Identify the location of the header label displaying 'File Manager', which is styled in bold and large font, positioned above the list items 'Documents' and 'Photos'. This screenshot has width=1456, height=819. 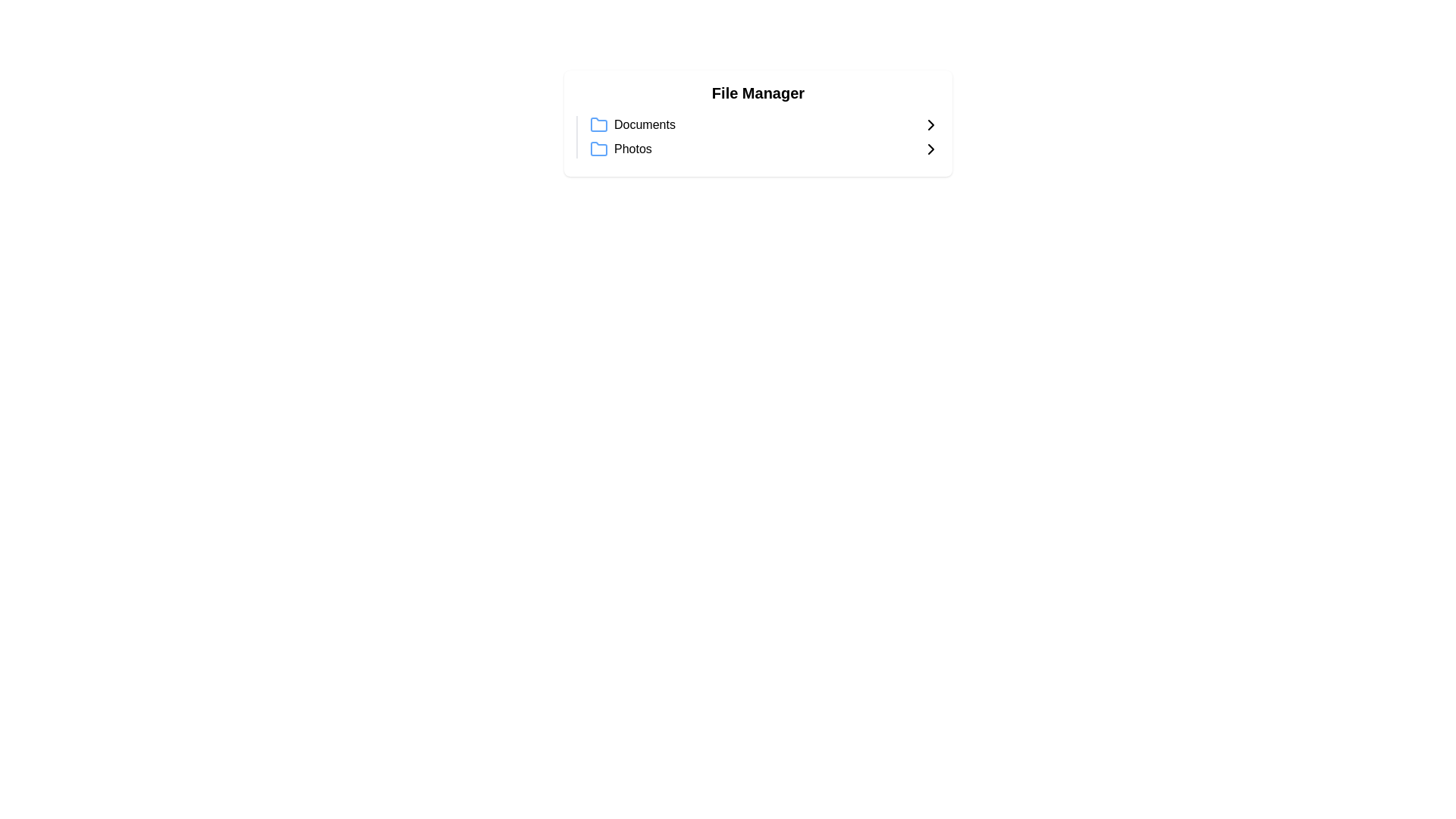
(758, 93).